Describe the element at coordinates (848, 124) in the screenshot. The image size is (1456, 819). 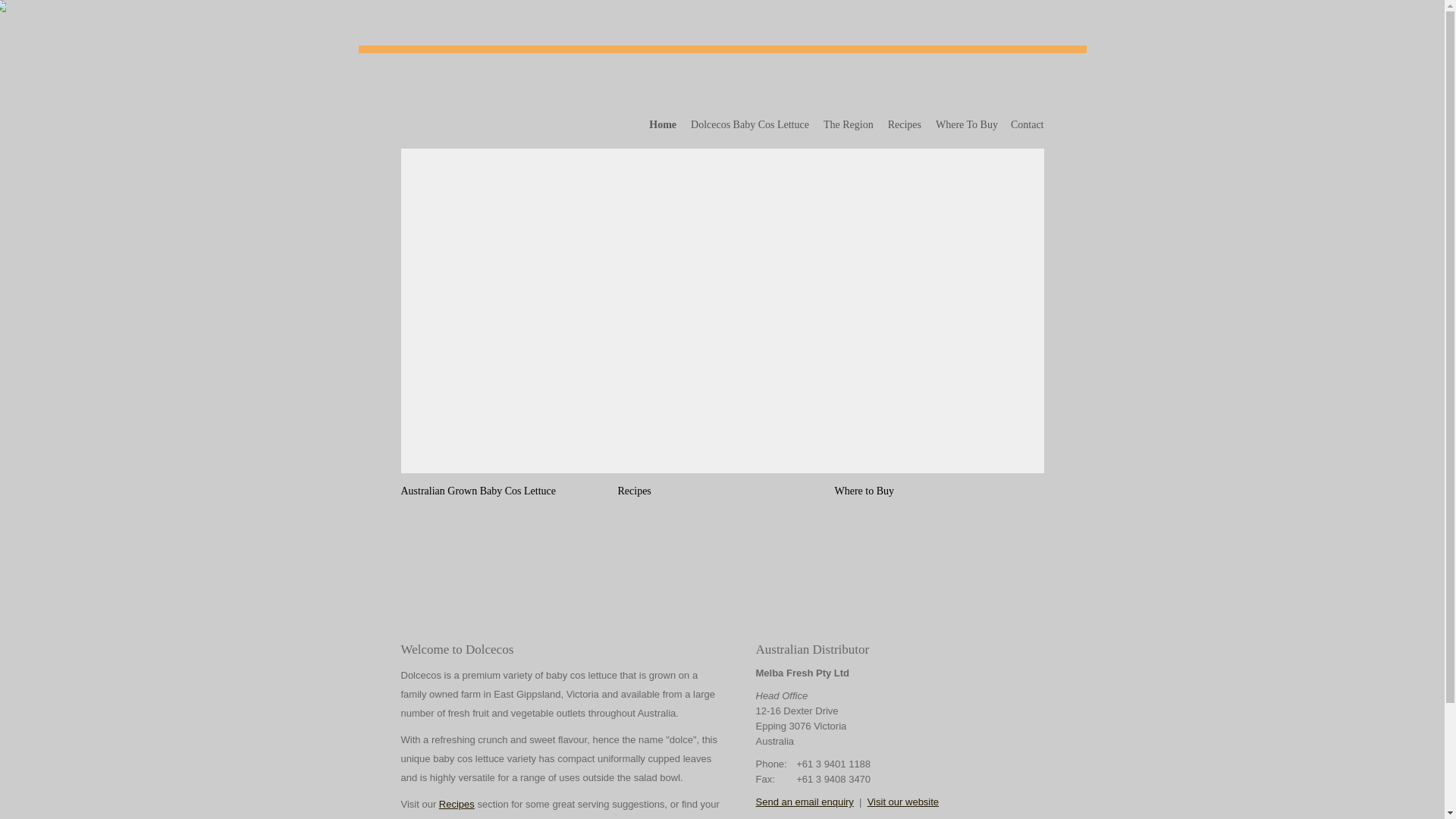
I see `'The Region'` at that location.